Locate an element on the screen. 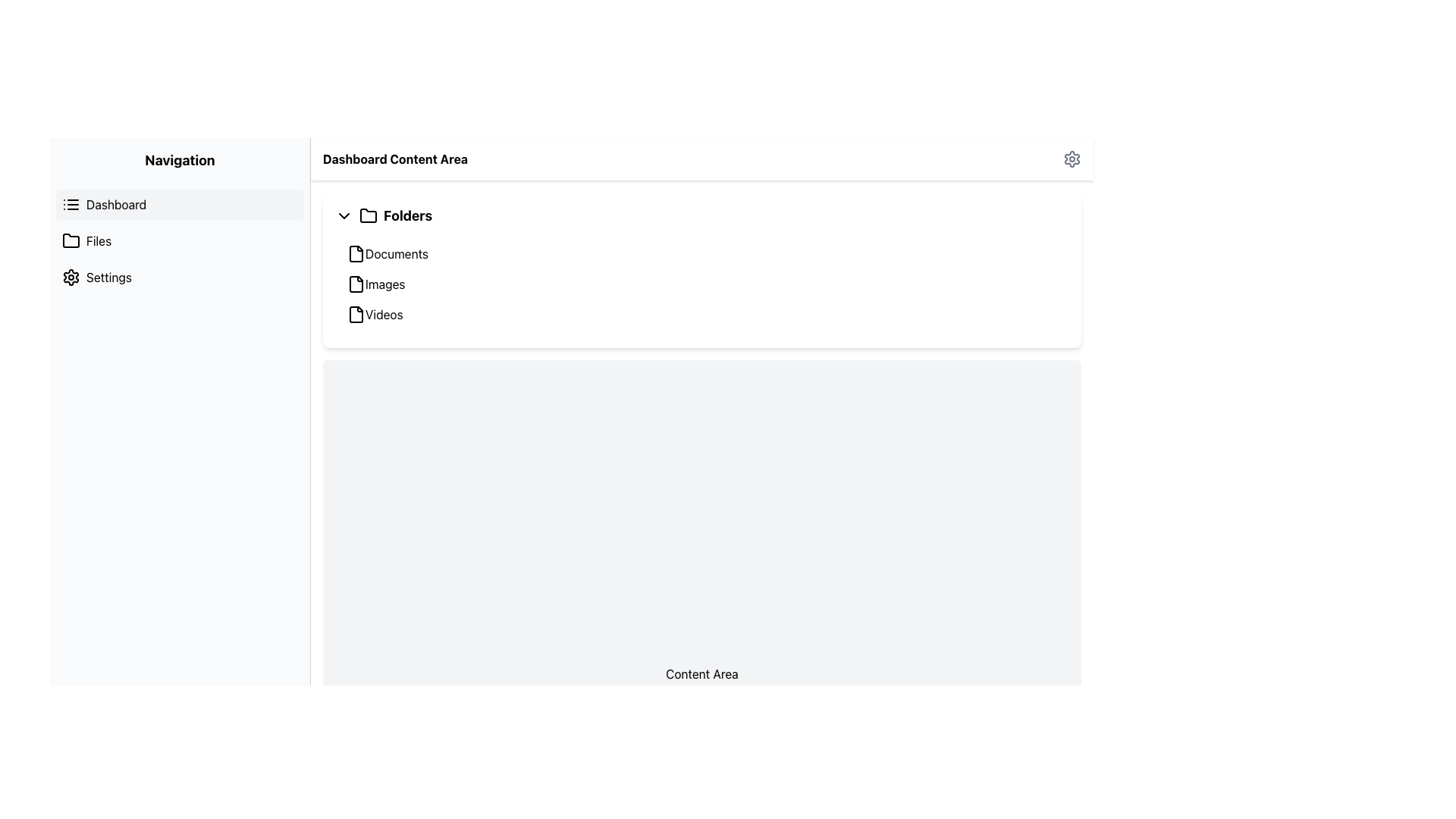  the Settings Icon located at the top left of the navigation sidebar is located at coordinates (71, 278).